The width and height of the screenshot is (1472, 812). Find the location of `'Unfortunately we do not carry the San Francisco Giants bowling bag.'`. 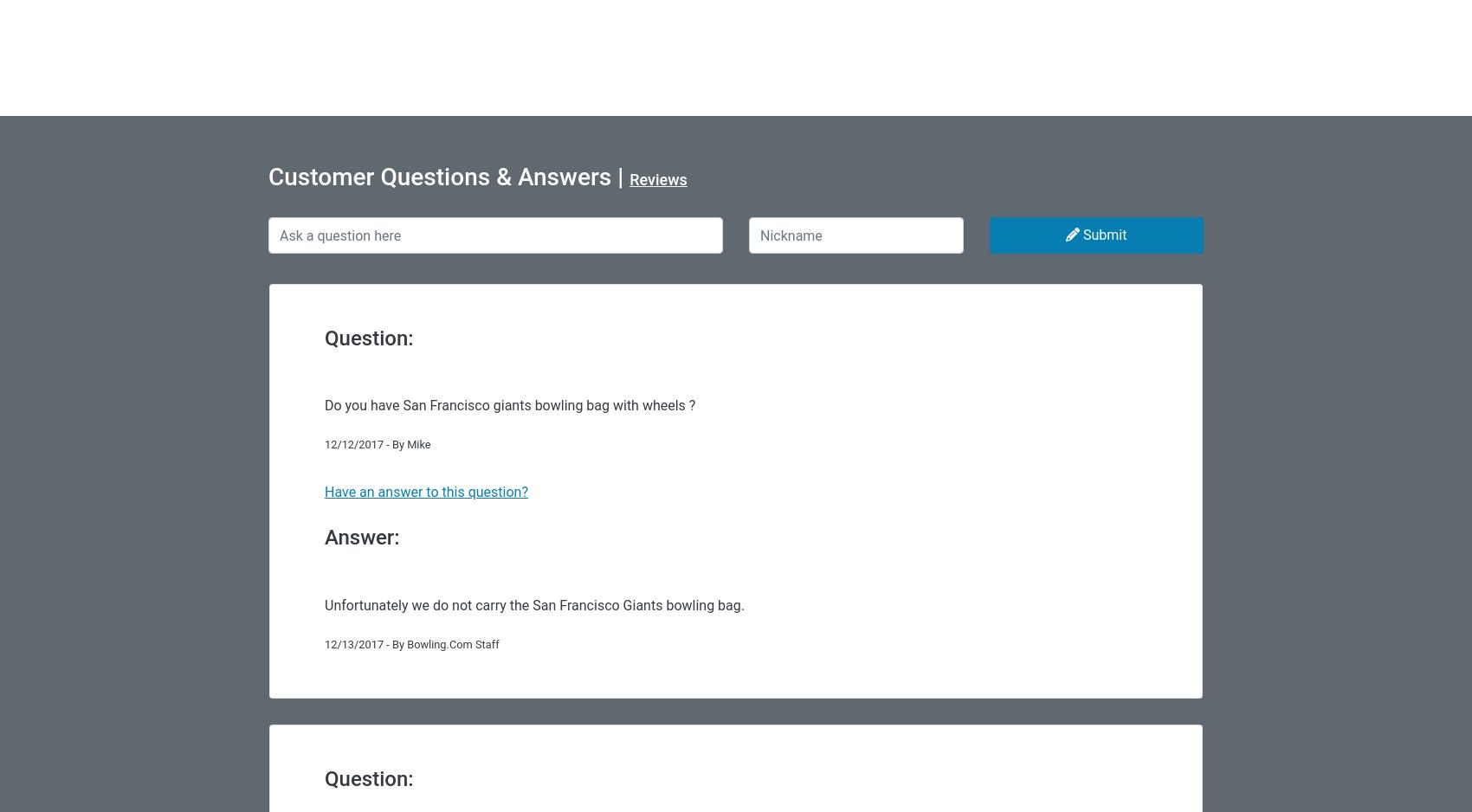

'Unfortunately we do not carry the San Francisco Giants bowling bag.' is located at coordinates (533, 604).